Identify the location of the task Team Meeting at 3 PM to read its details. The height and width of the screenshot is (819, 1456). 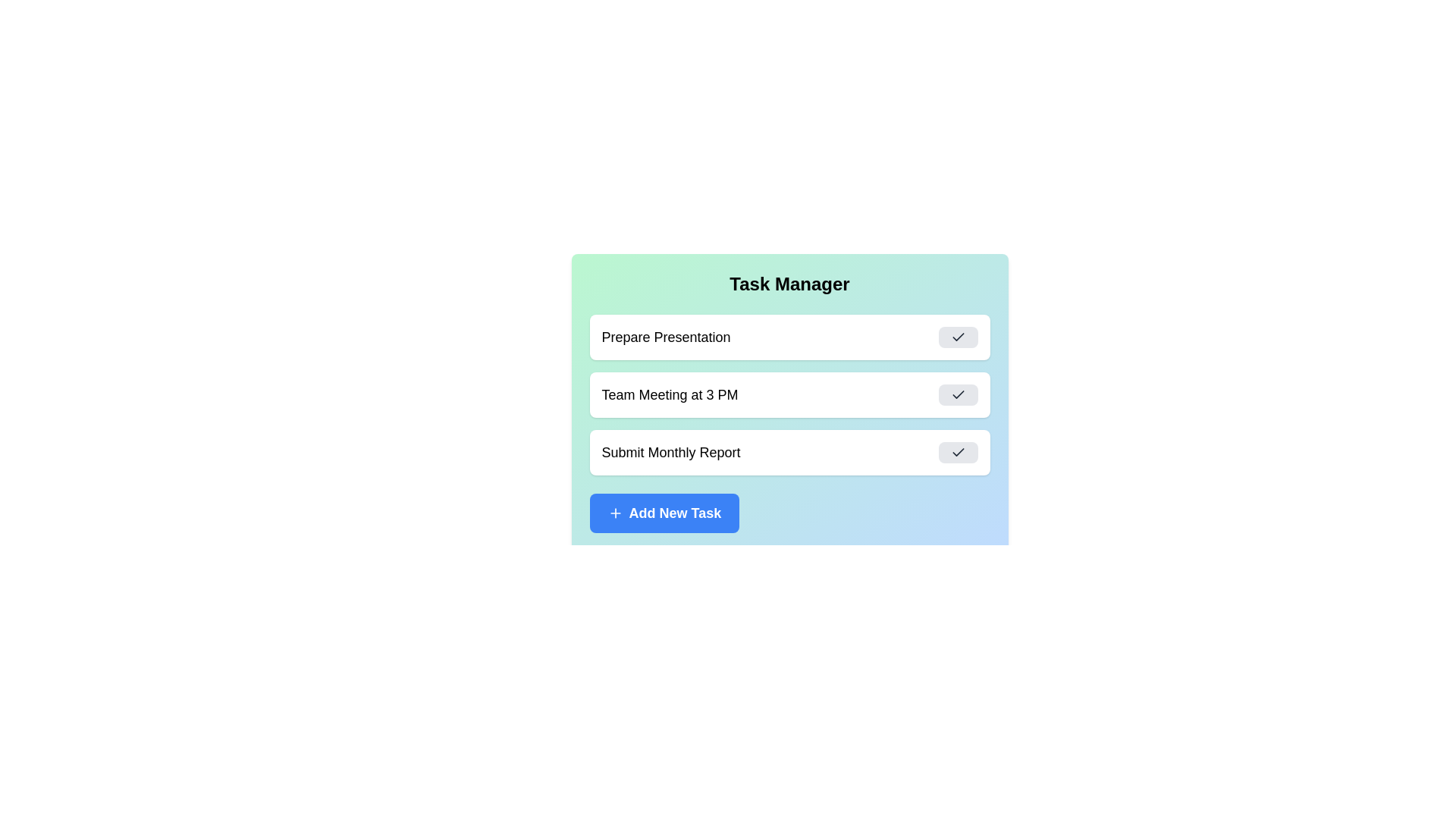
(789, 394).